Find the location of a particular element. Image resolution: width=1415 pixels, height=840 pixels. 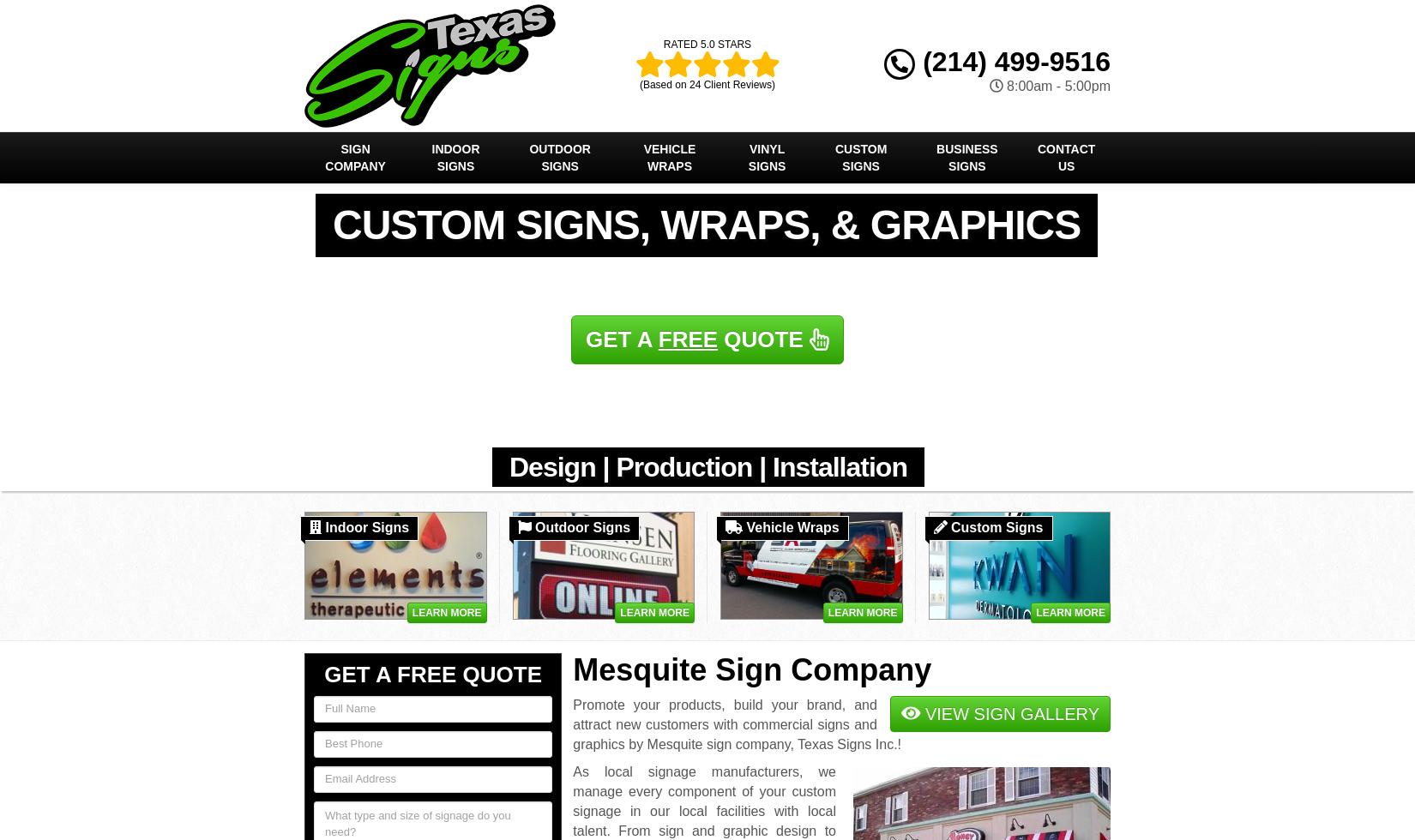

'RATED 5.0 STARS' is located at coordinates (706, 45).